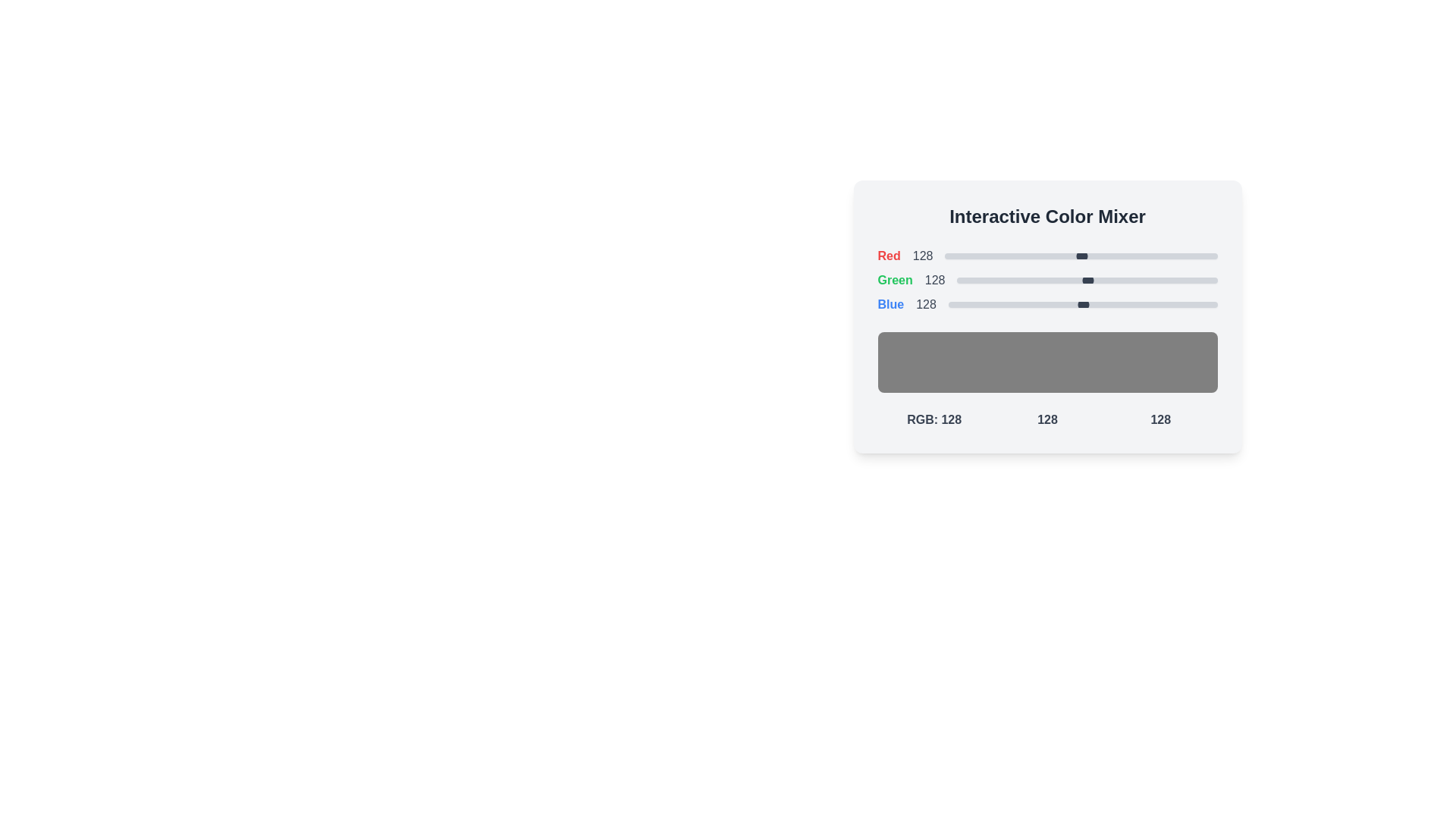 The width and height of the screenshot is (1456, 819). I want to click on the Blue component, so click(1010, 304).